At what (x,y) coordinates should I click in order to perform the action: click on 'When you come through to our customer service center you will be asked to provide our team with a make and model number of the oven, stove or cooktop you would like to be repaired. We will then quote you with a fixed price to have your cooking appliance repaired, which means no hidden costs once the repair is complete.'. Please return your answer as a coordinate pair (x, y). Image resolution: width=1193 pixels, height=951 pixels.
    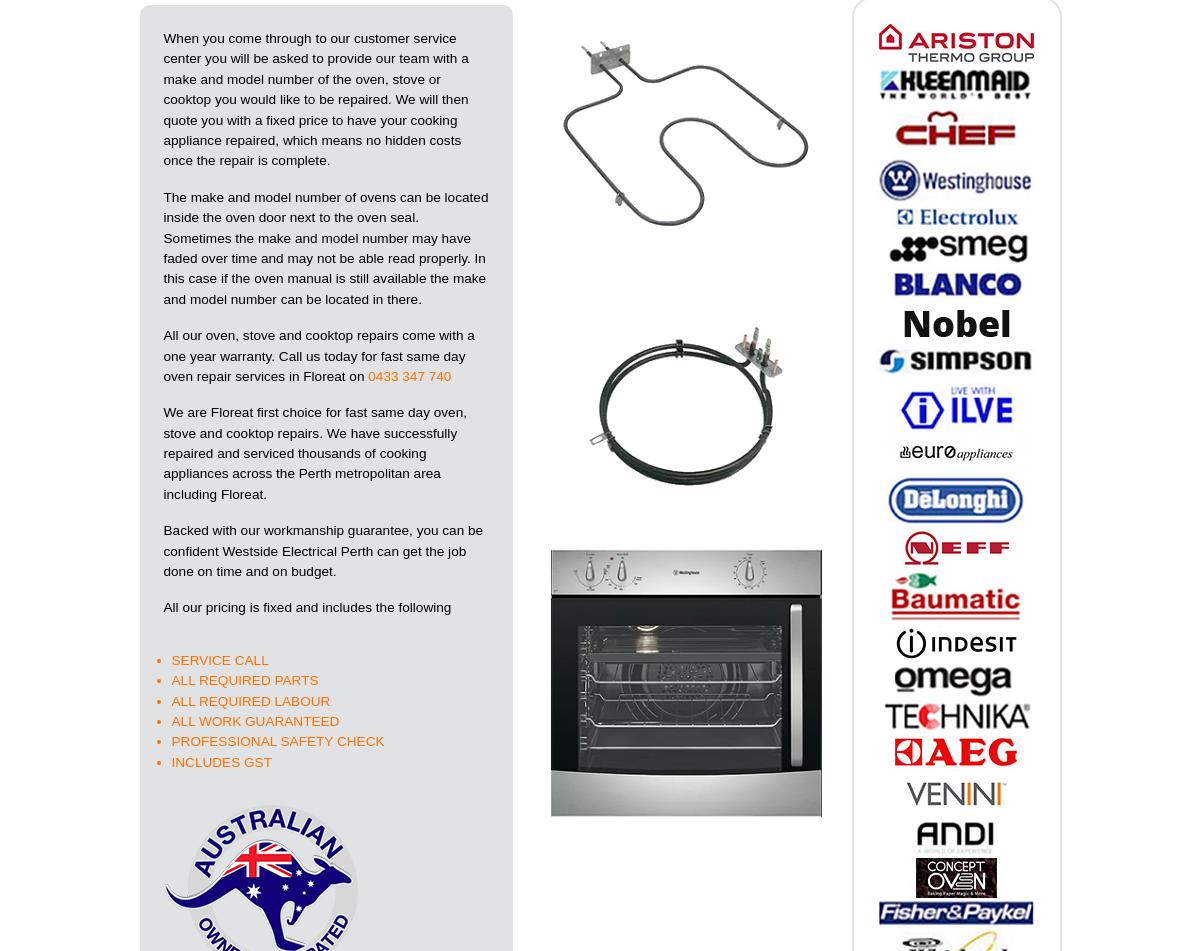
    Looking at the image, I should click on (314, 99).